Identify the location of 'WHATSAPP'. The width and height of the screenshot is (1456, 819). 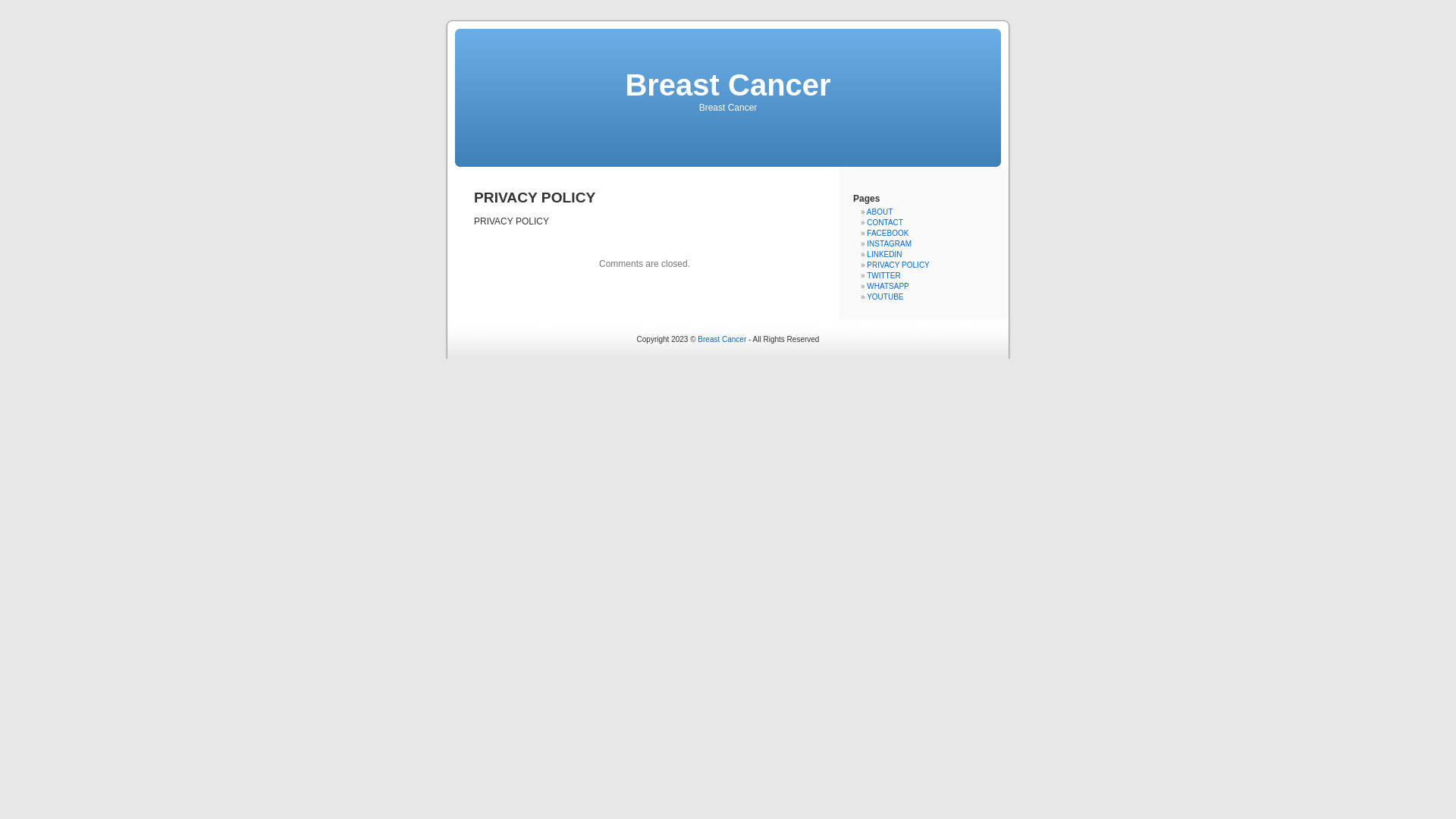
(887, 286).